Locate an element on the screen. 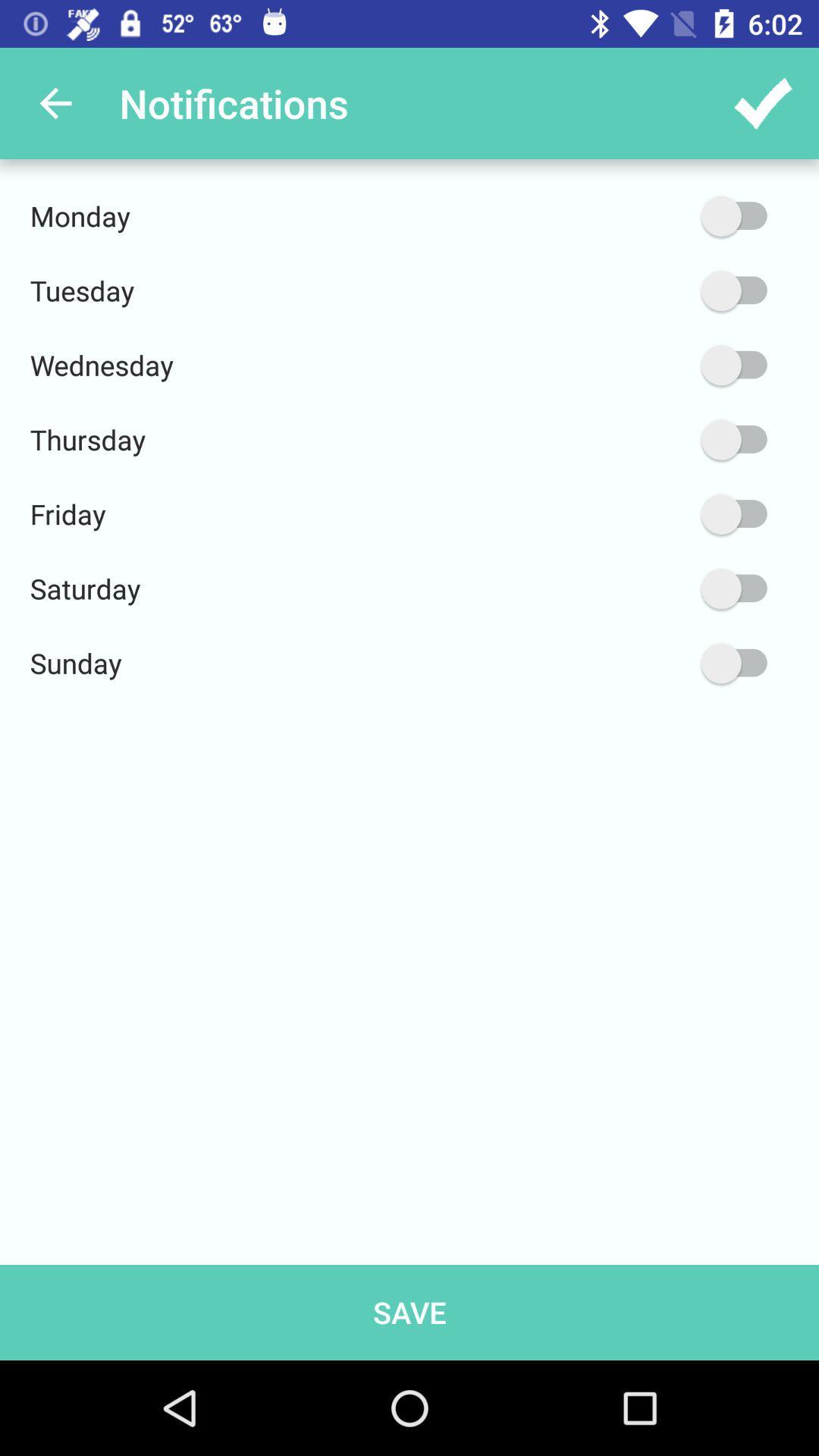 Image resolution: width=819 pixels, height=1456 pixels. the item to the right of wednesday item is located at coordinates (661, 365).